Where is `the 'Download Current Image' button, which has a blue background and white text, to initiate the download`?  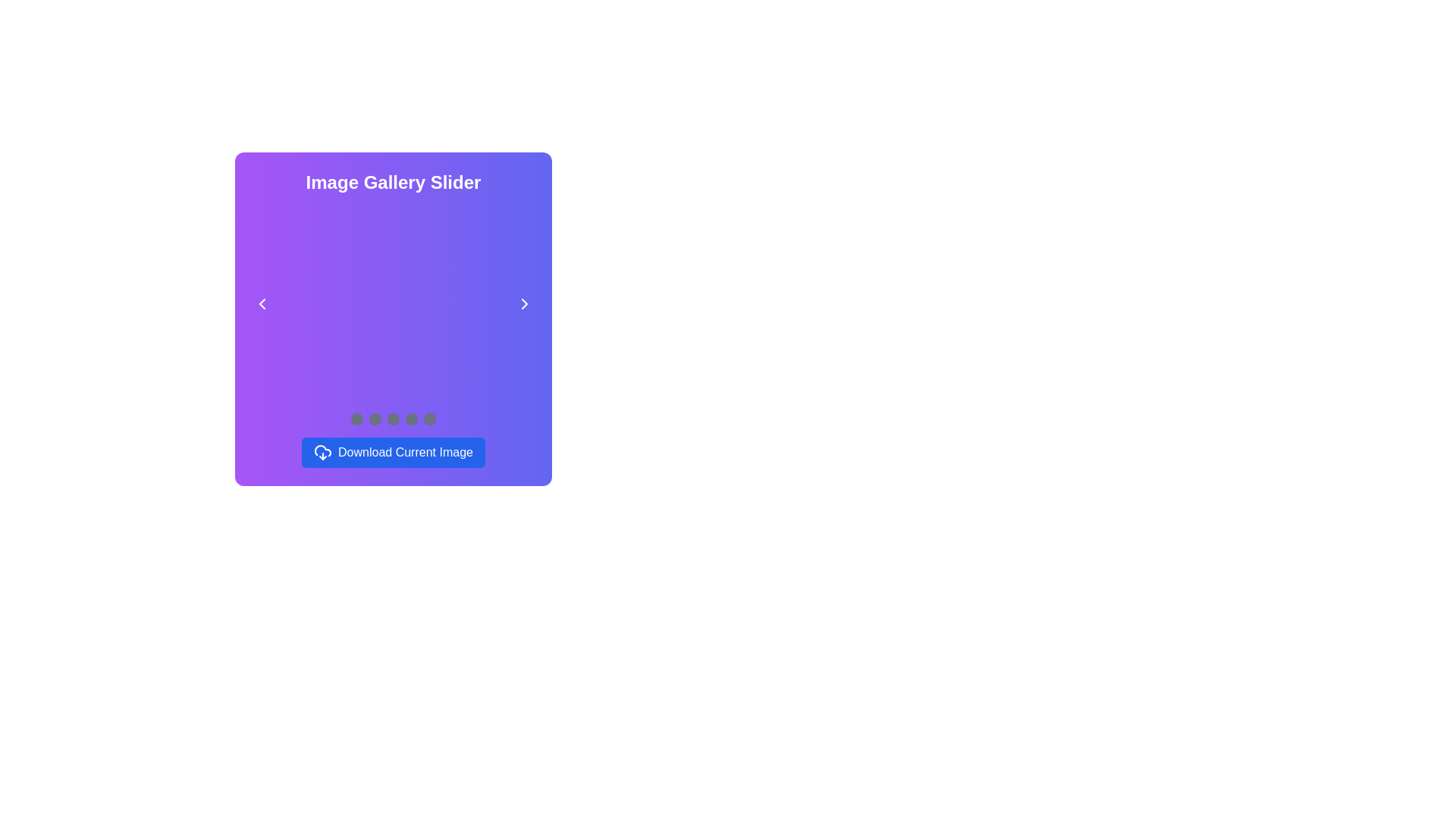
the 'Download Current Image' button, which has a blue background and white text, to initiate the download is located at coordinates (393, 452).